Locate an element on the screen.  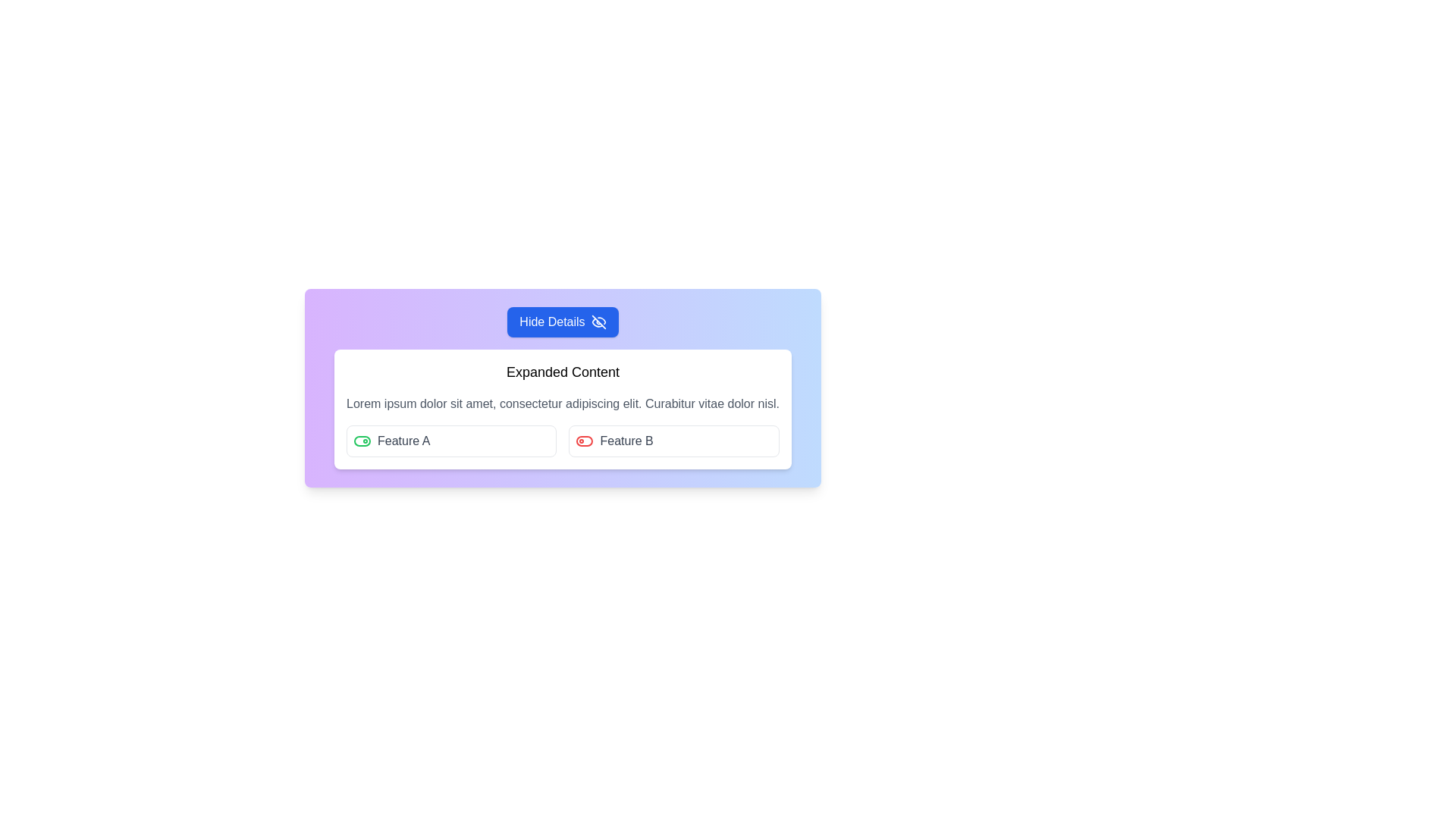
the thin diagonal Decorative SVG line that is part of the icon located at the top-center of the card layout, aligned with the 'Hide Details' button is located at coordinates (598, 321).